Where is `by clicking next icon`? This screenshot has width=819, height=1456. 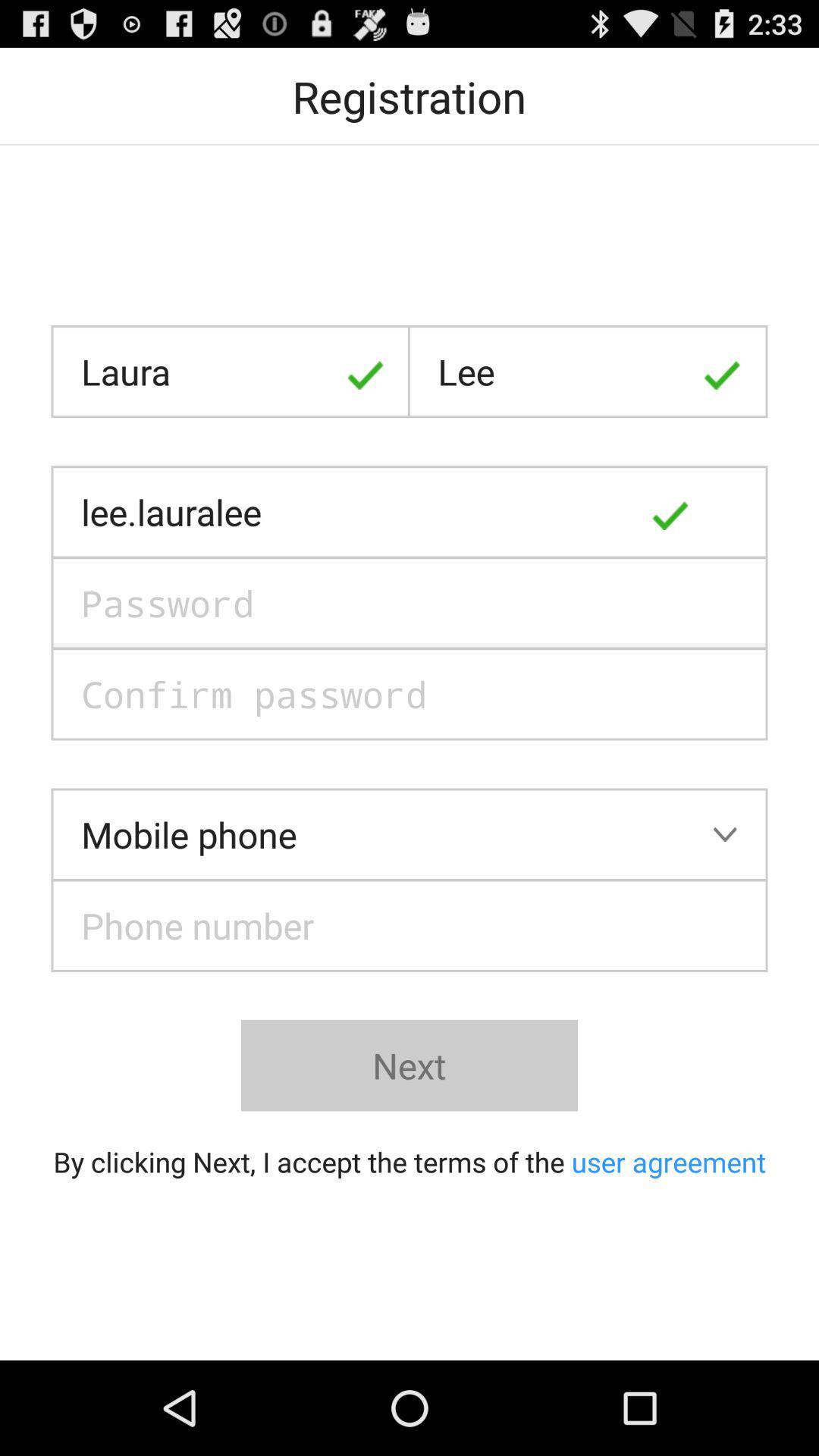
by clicking next icon is located at coordinates (409, 1161).